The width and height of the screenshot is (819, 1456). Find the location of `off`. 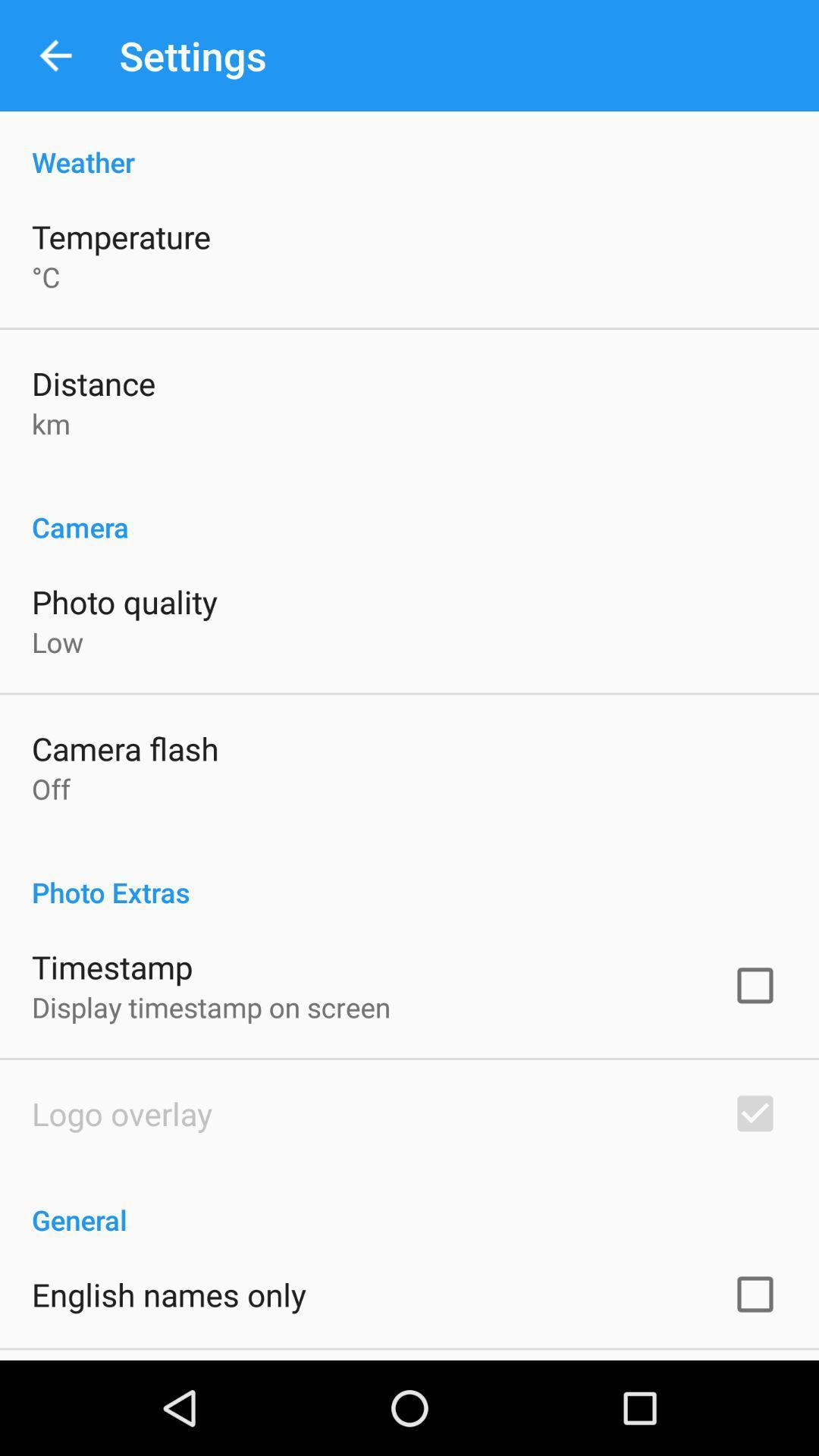

off is located at coordinates (50, 789).